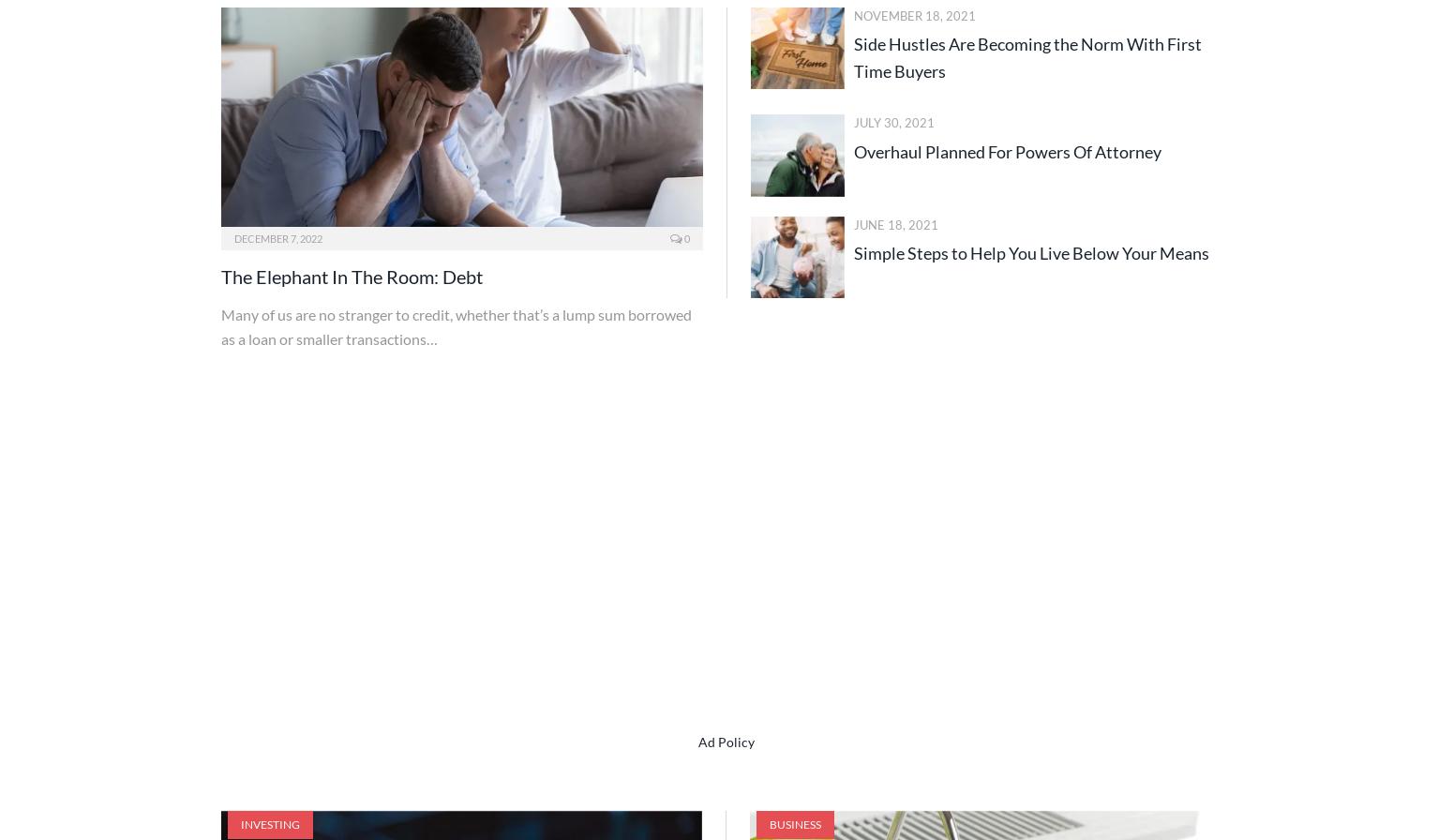 The width and height of the screenshot is (1453, 840). What do you see at coordinates (794, 823) in the screenshot?
I see `'Business'` at bounding box center [794, 823].